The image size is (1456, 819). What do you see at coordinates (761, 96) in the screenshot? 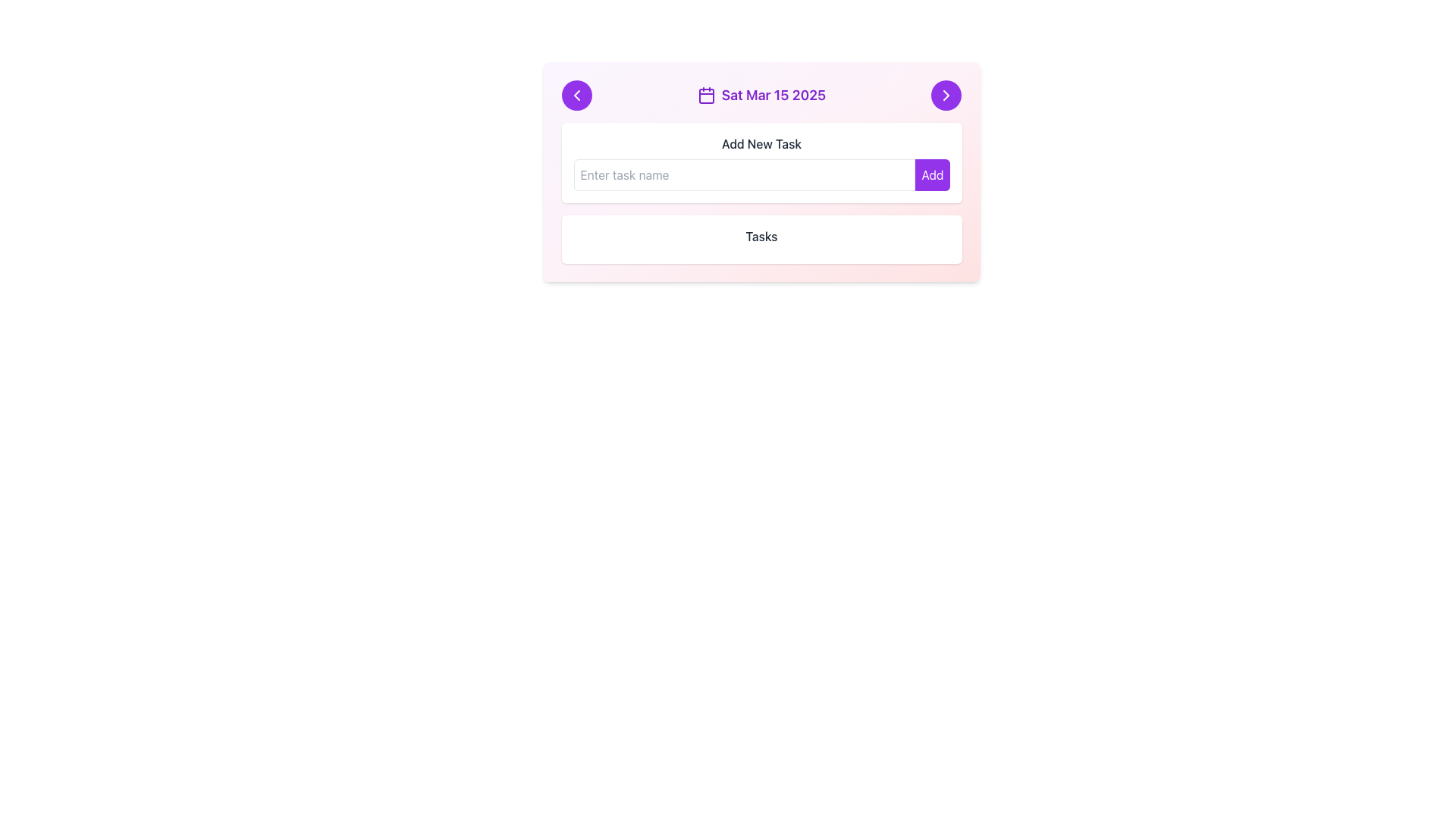
I see `the label displaying the date 'Sat Mar 15 2025' with a calendar icon, located in the upper header section between the left and right chevron buttons` at bounding box center [761, 96].